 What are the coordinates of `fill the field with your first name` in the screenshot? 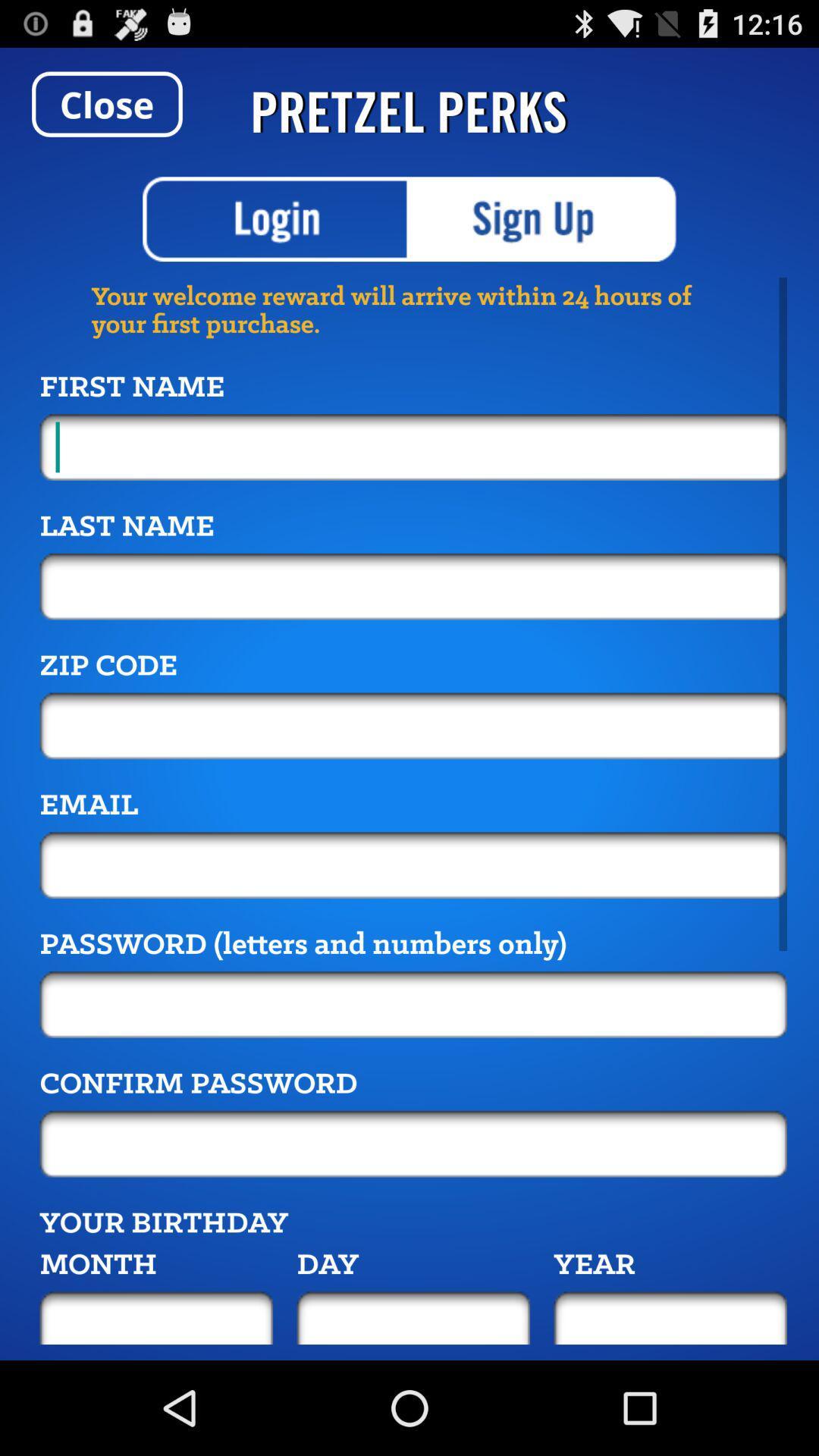 It's located at (413, 446).